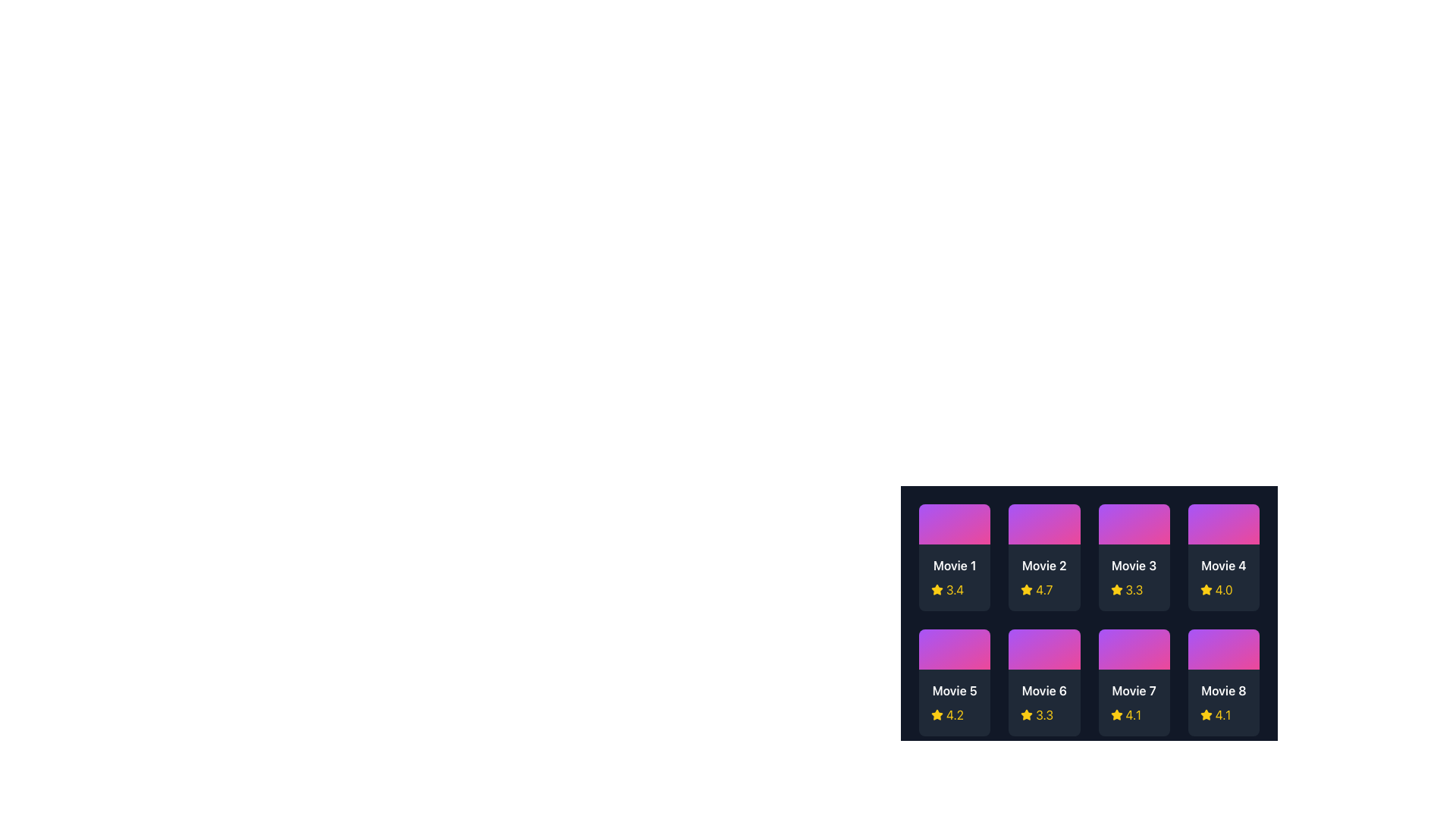 The image size is (1456, 819). What do you see at coordinates (1171, 775) in the screenshot?
I see `the navigation button located at the lower middle area of the display, on the far right side` at bounding box center [1171, 775].